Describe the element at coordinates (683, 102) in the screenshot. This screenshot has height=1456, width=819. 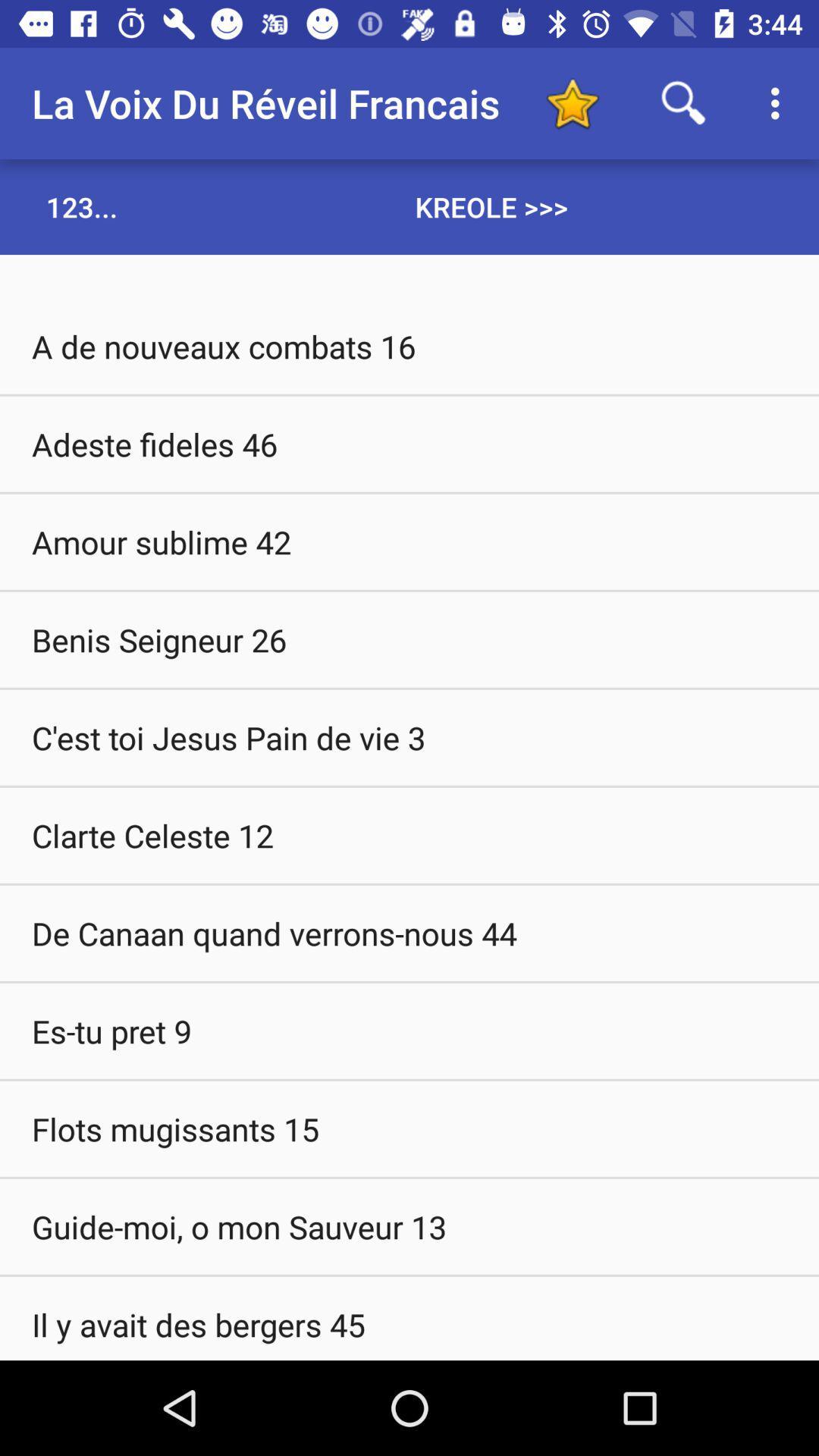
I see `magnify or search` at that location.